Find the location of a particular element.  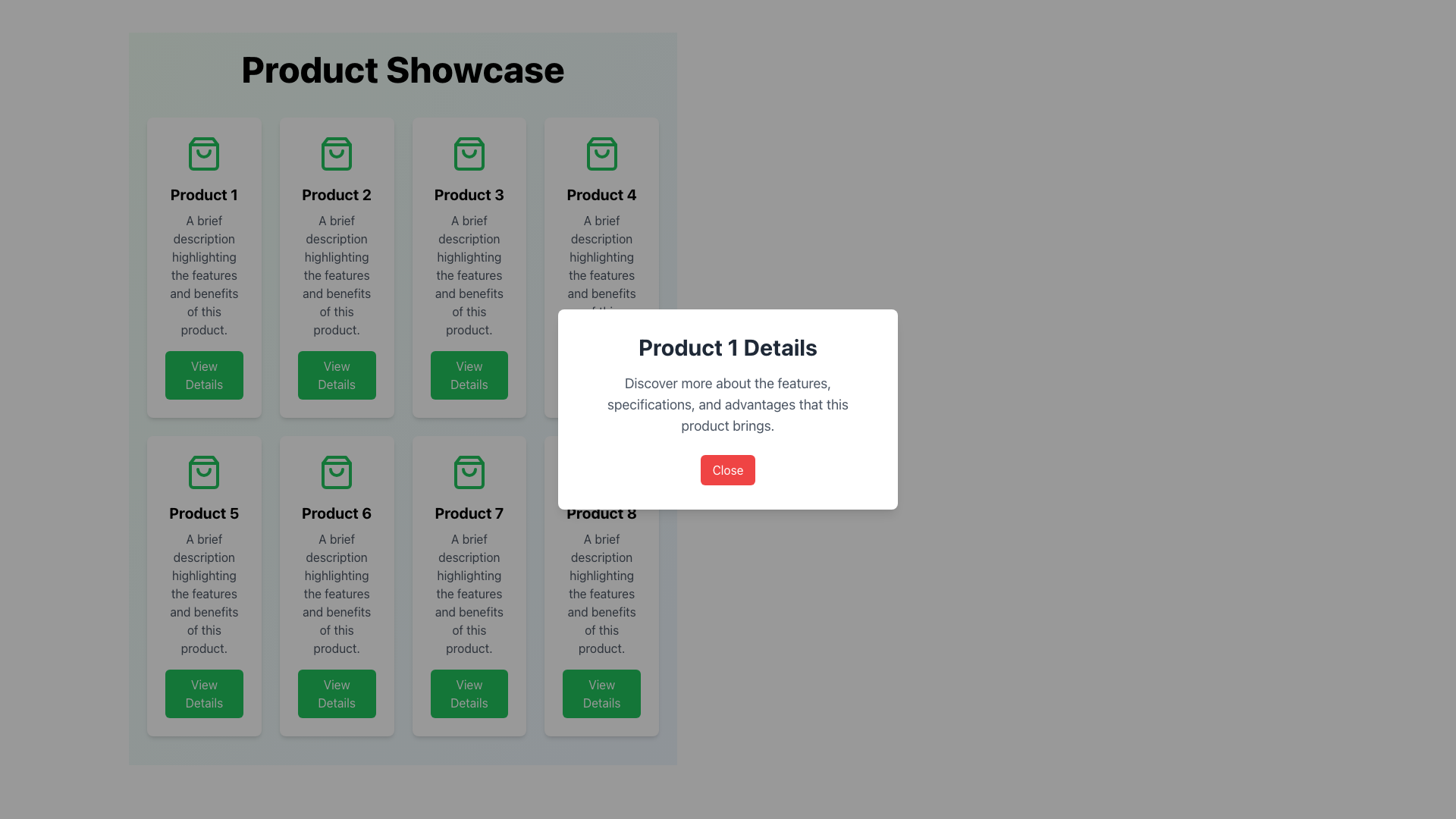

the button that allows users is located at coordinates (468, 375).